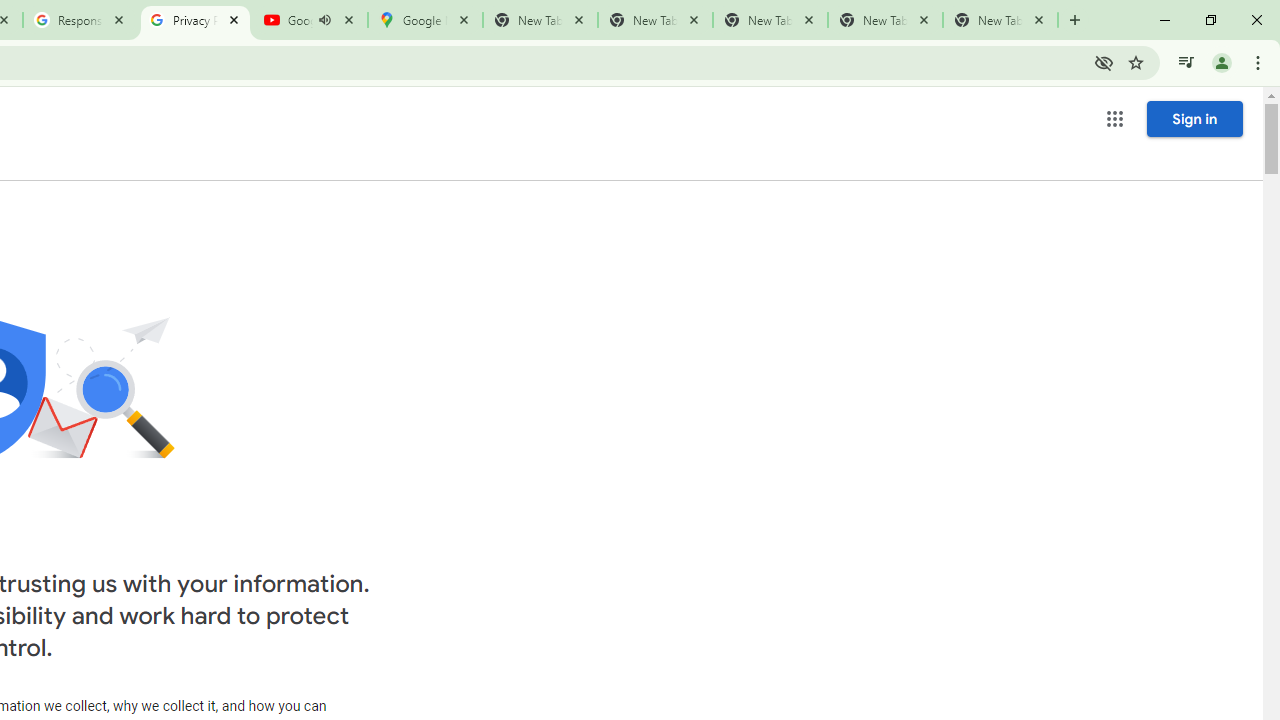  I want to click on 'Sign in', so click(1194, 118).